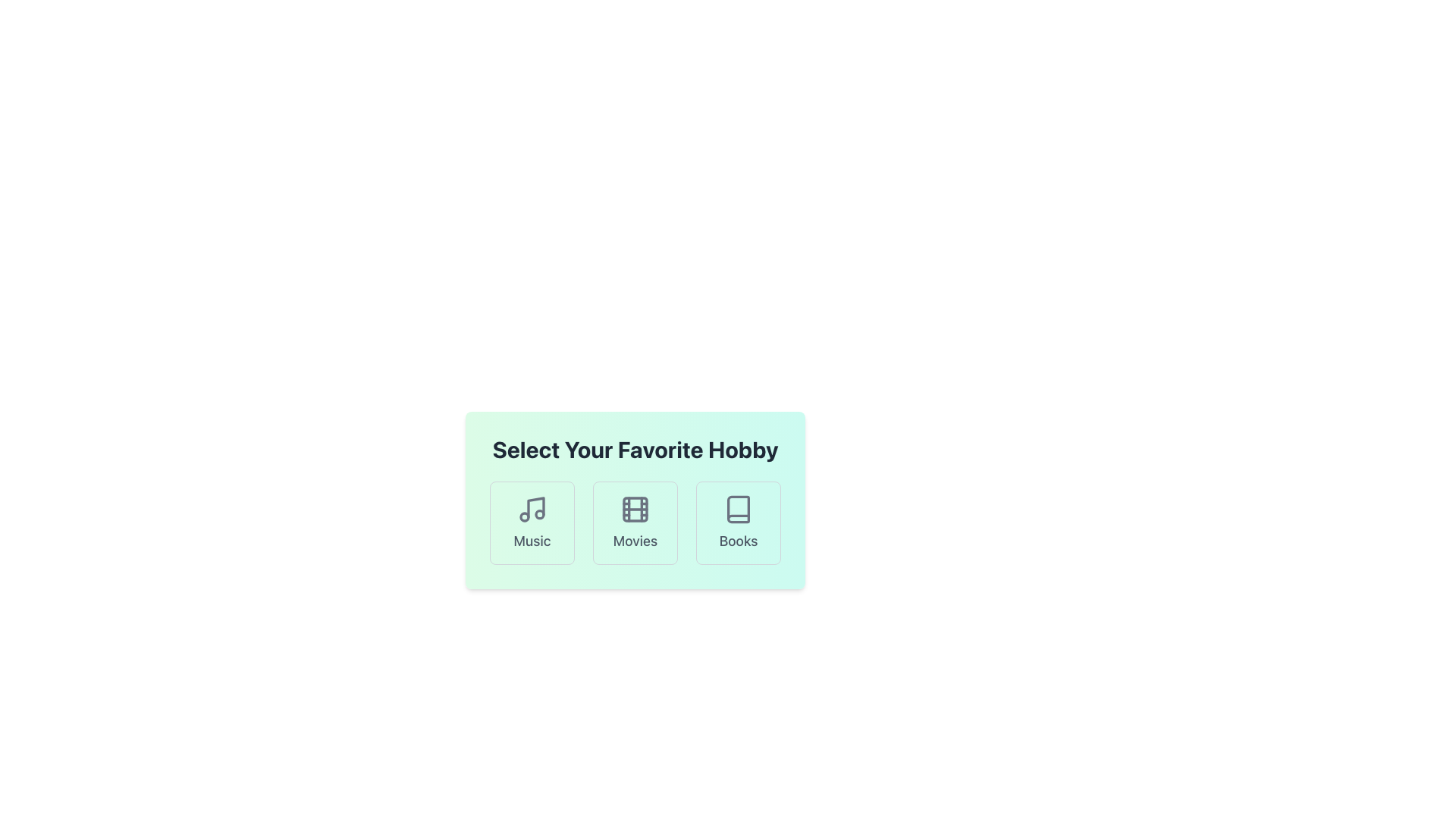 The image size is (1456, 819). Describe the element at coordinates (635, 500) in the screenshot. I see `the central option of the selection panel titled 'Select Your Favorite Hobby'` at that location.